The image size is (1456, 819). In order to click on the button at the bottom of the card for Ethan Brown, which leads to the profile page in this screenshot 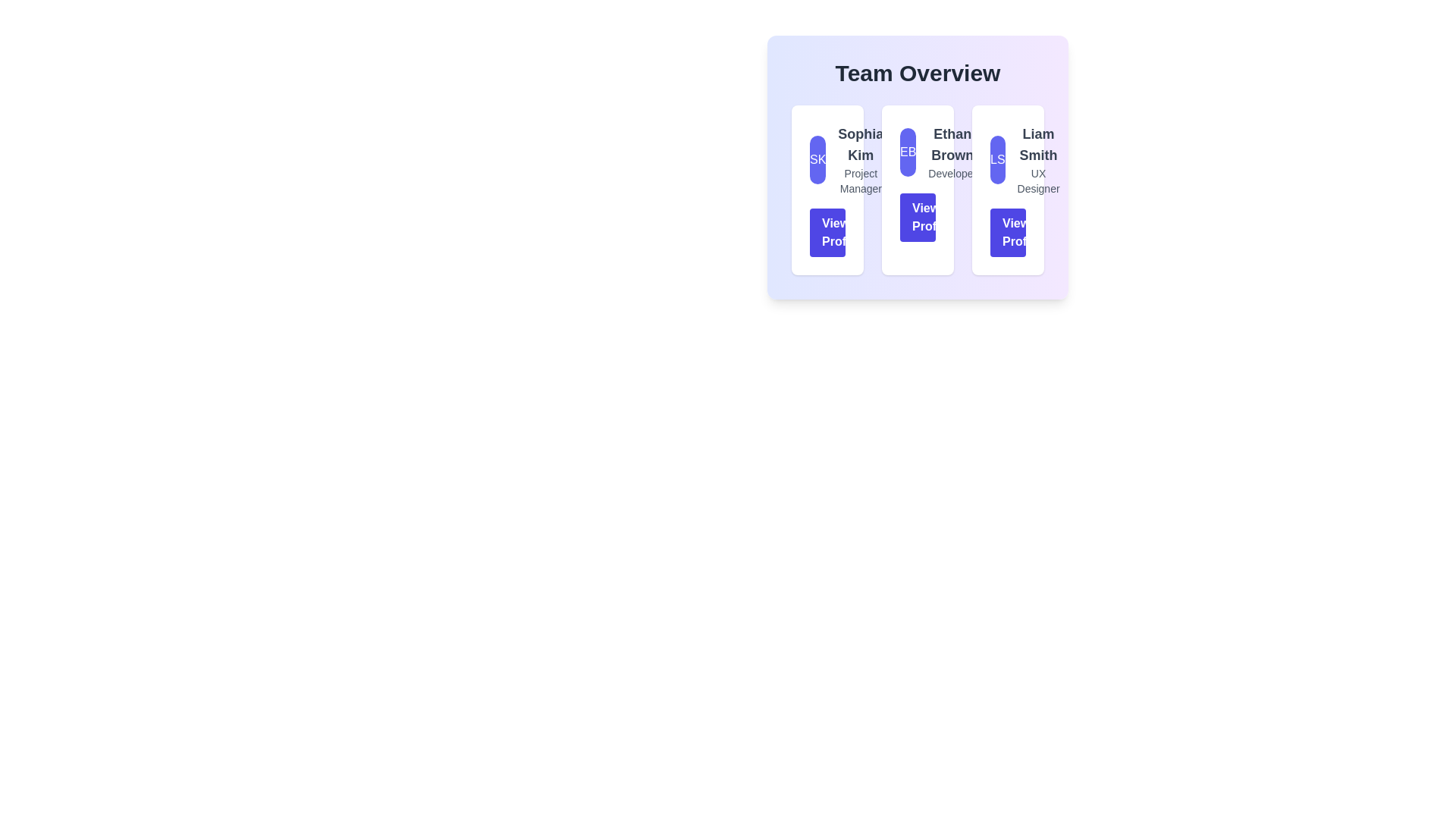, I will do `click(917, 217)`.